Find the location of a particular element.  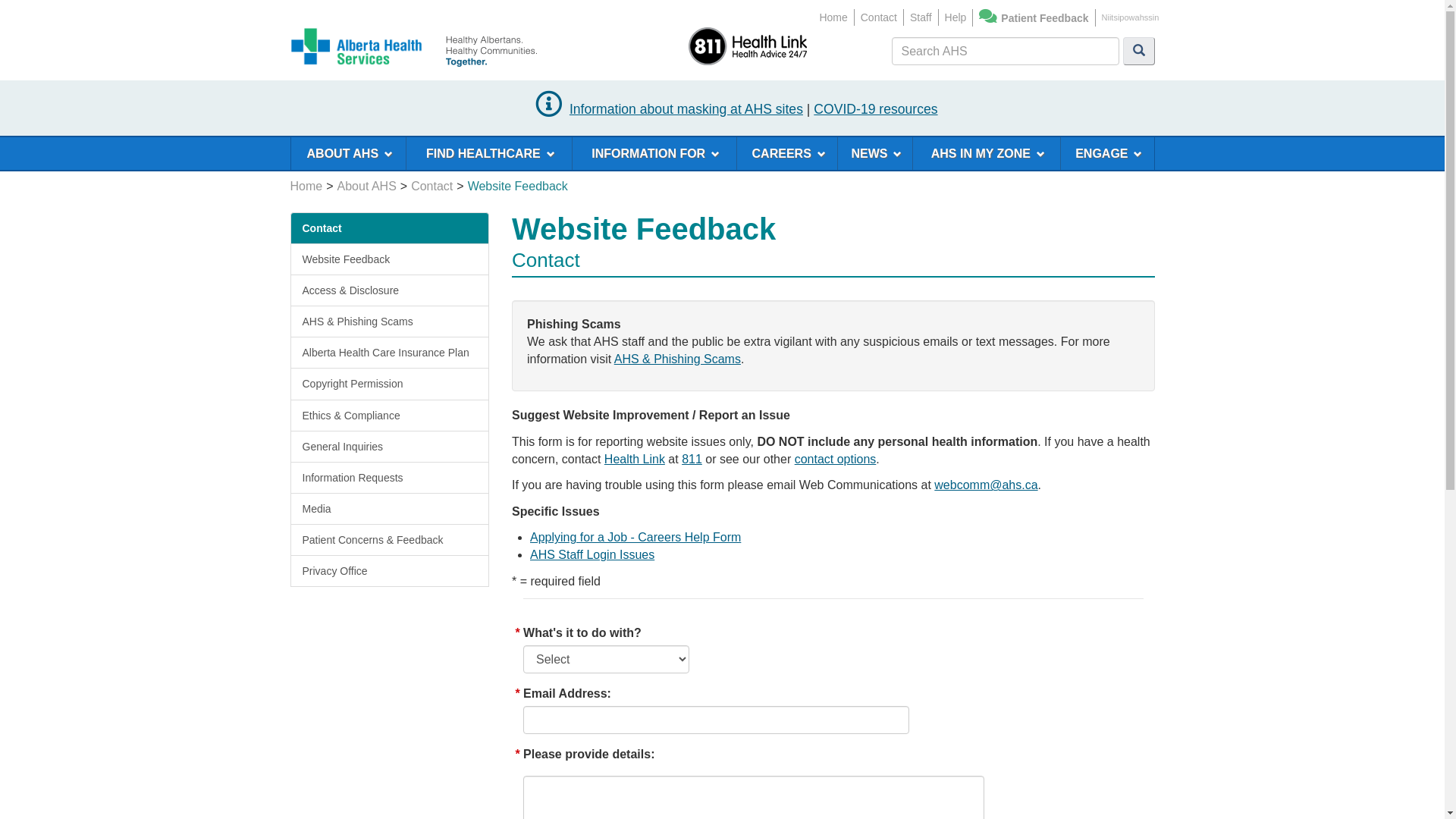

'Privacy Office' is located at coordinates (389, 570).